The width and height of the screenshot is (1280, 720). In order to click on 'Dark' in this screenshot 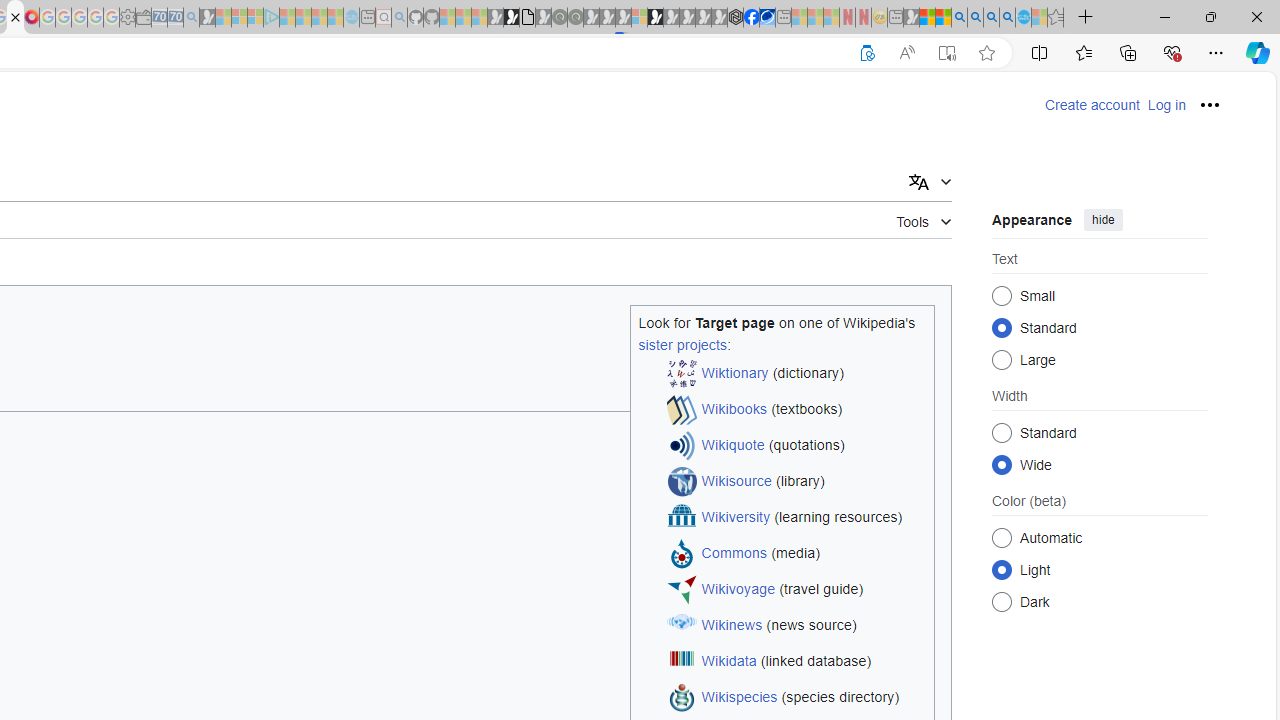, I will do `click(1002, 600)`.